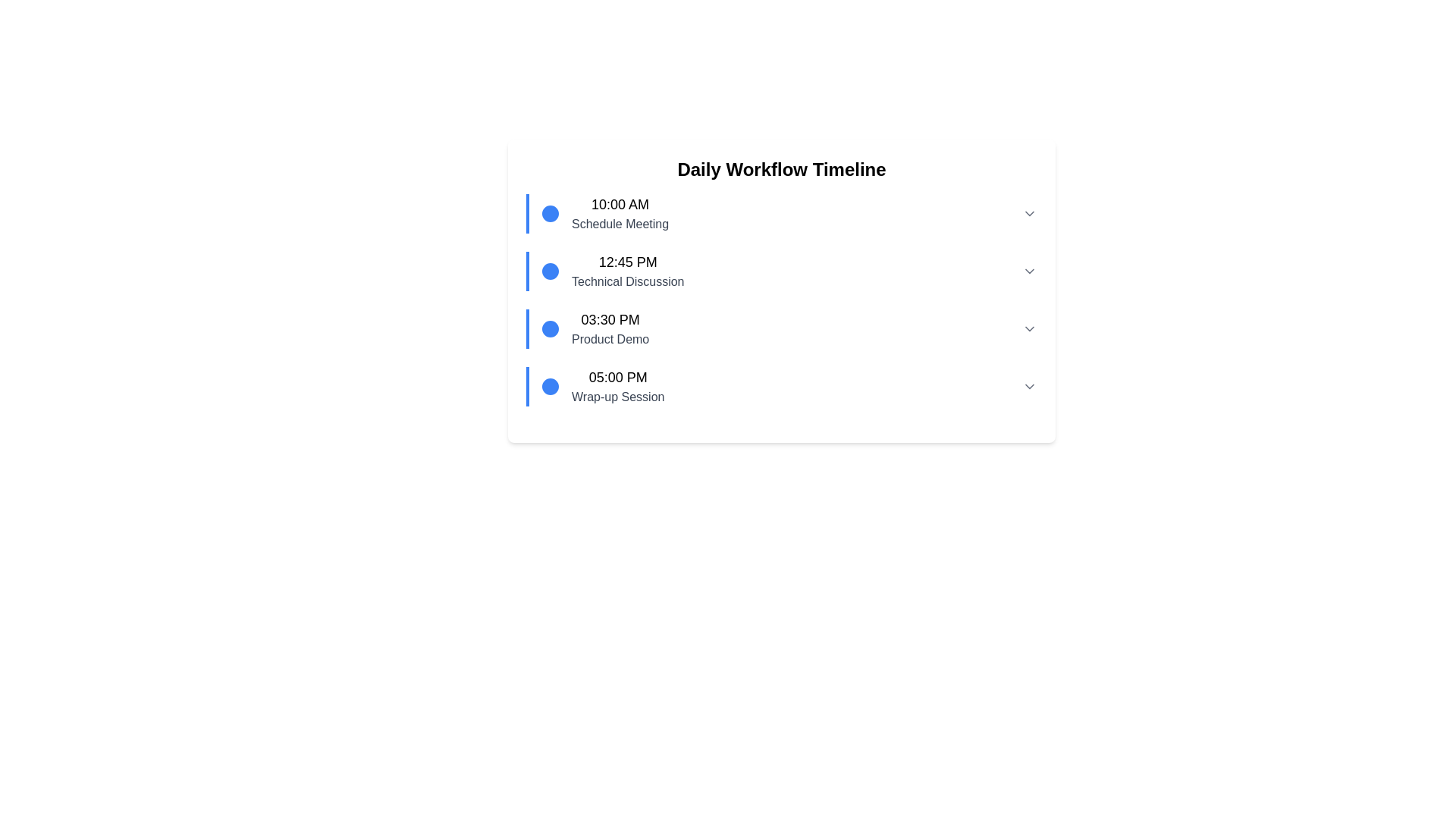  Describe the element at coordinates (628, 271) in the screenshot. I see `the second list item in the timeline interface, which displays '12:45 PM' and 'Technical Discussion'` at that location.